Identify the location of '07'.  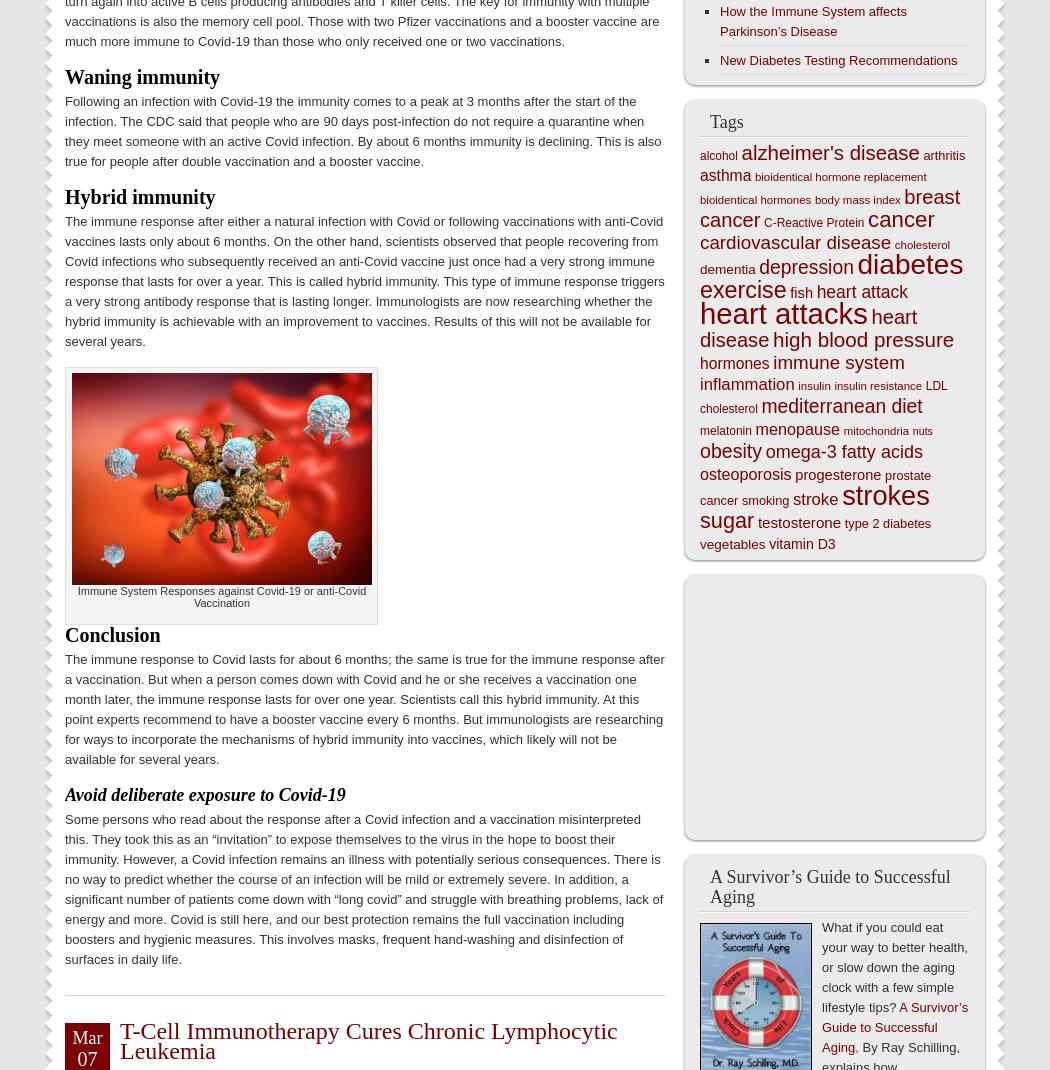
(76, 1058).